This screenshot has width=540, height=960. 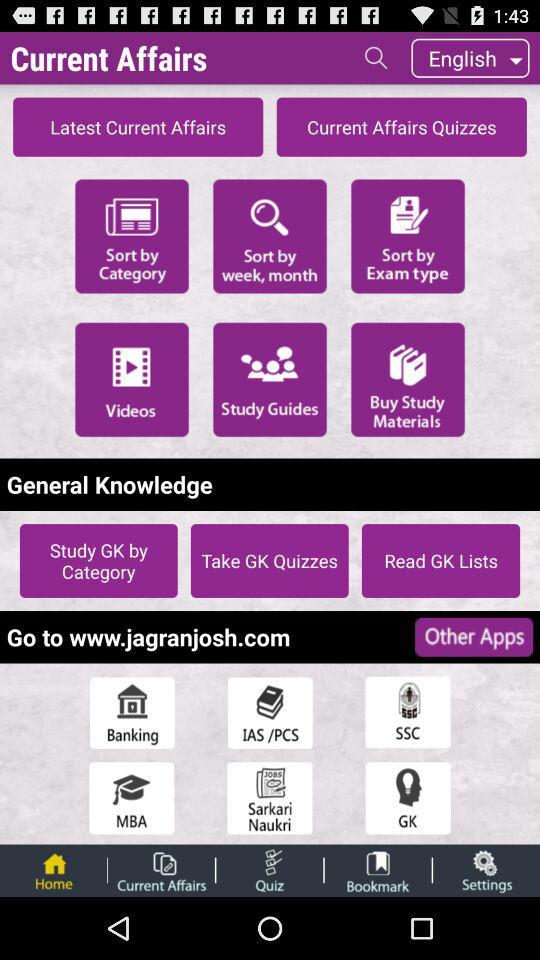 I want to click on search current affairs, so click(x=376, y=56).